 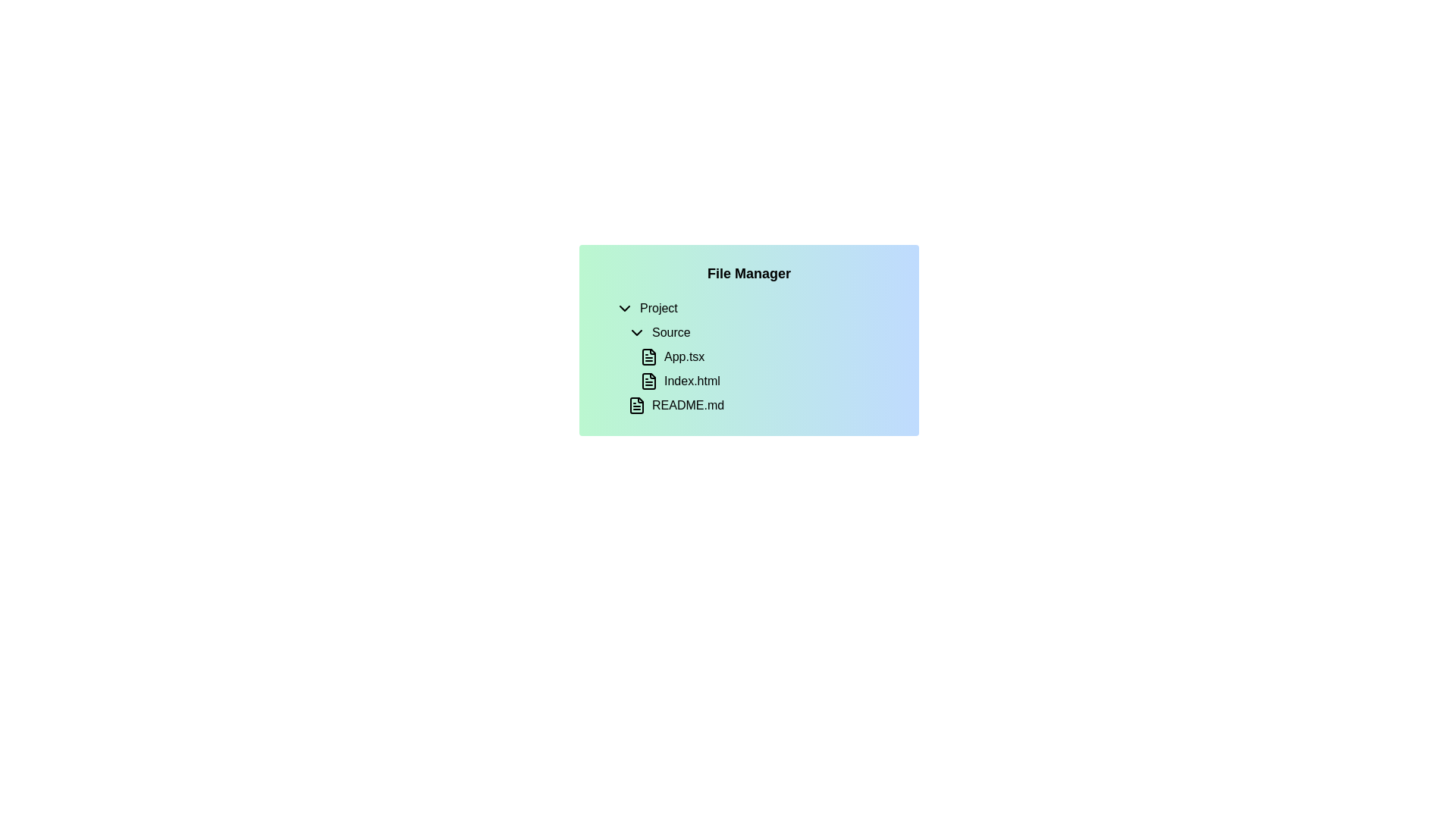 What do you see at coordinates (767, 356) in the screenshot?
I see `the 'App.tsx' file entry in the file tree` at bounding box center [767, 356].